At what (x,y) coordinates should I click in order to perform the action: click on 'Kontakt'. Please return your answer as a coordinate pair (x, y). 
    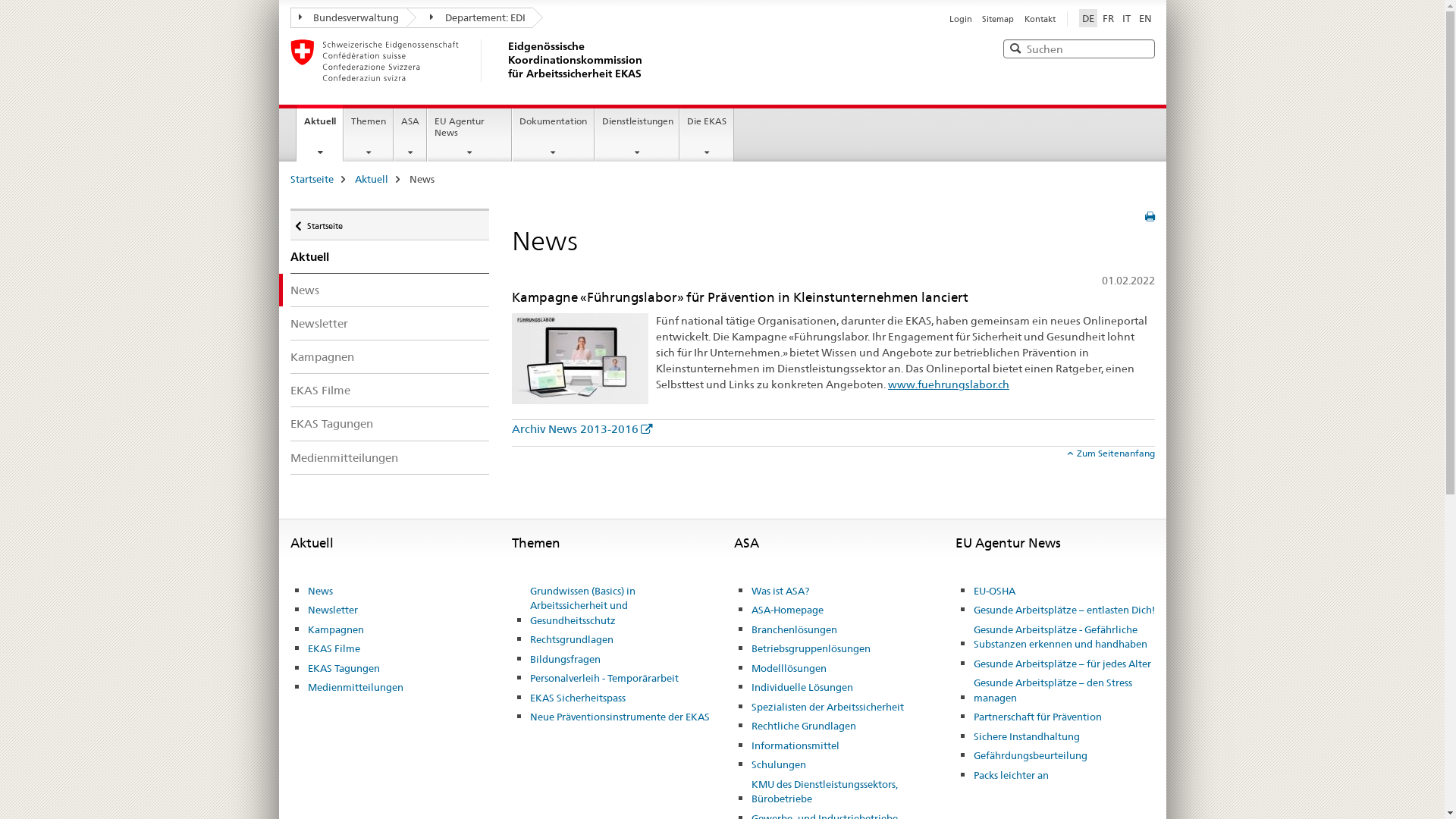
    Looking at the image, I should click on (1023, 18).